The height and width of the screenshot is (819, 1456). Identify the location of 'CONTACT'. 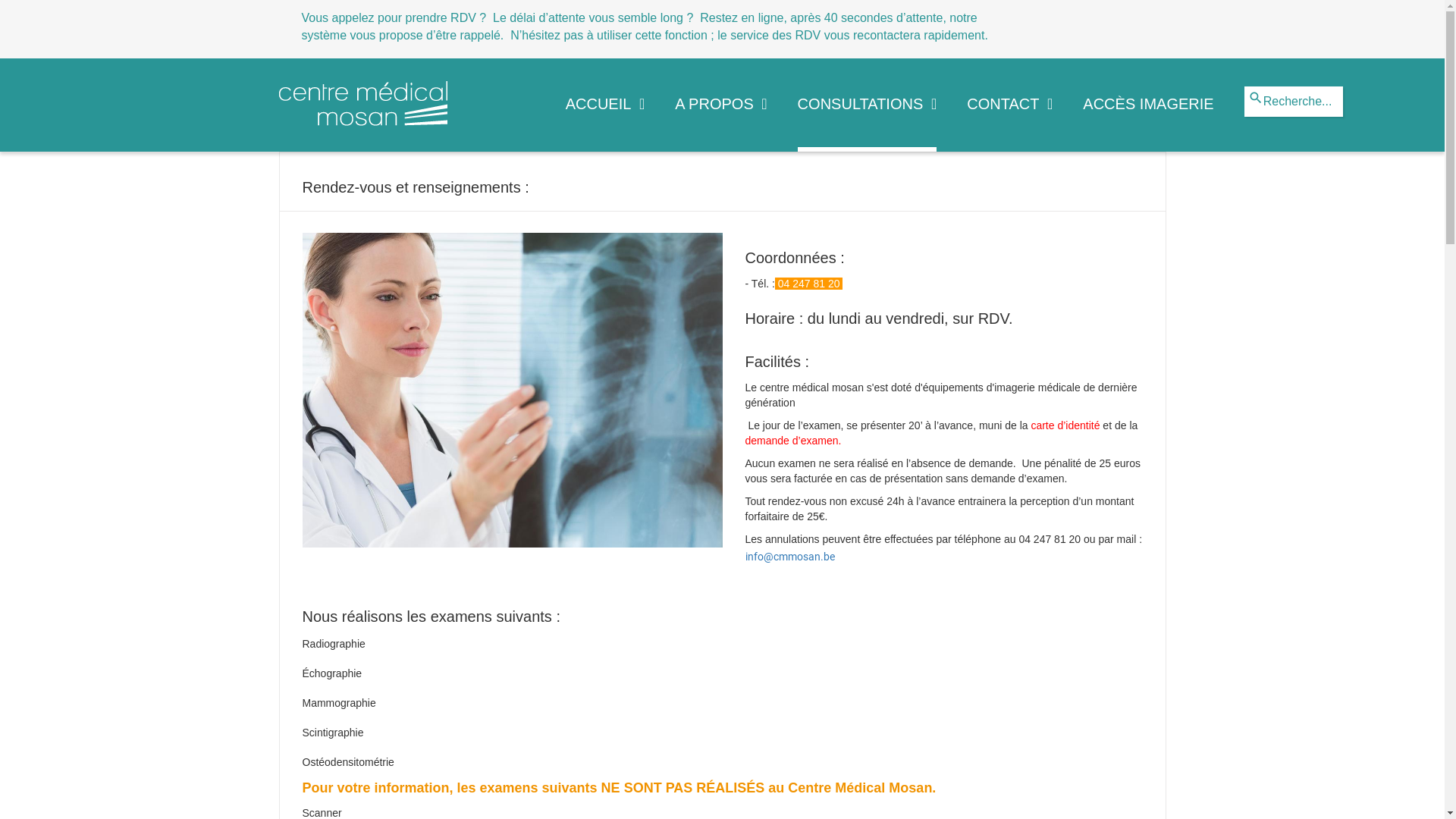
(1009, 118).